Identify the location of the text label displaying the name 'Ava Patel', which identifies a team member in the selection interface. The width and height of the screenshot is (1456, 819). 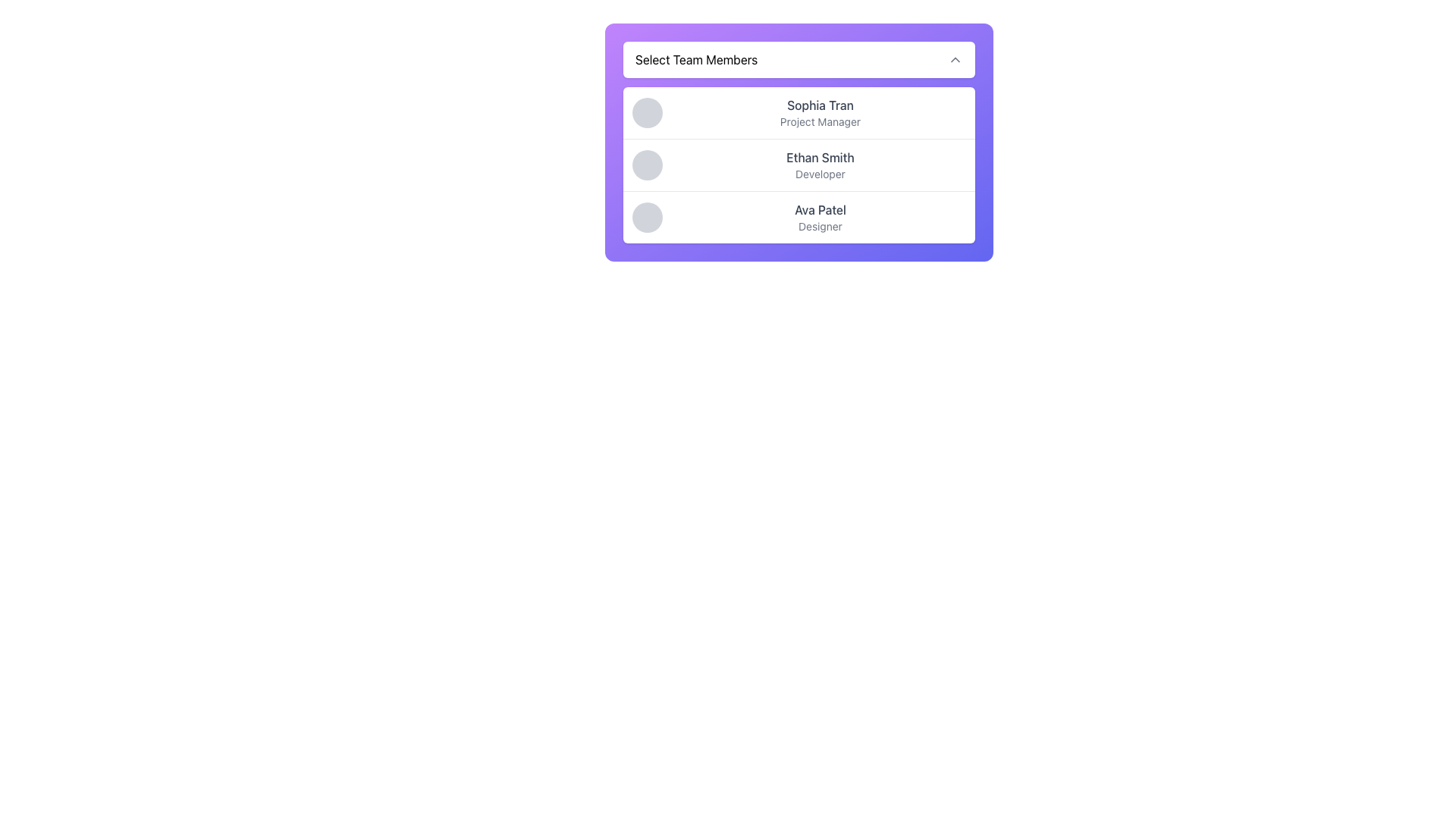
(819, 210).